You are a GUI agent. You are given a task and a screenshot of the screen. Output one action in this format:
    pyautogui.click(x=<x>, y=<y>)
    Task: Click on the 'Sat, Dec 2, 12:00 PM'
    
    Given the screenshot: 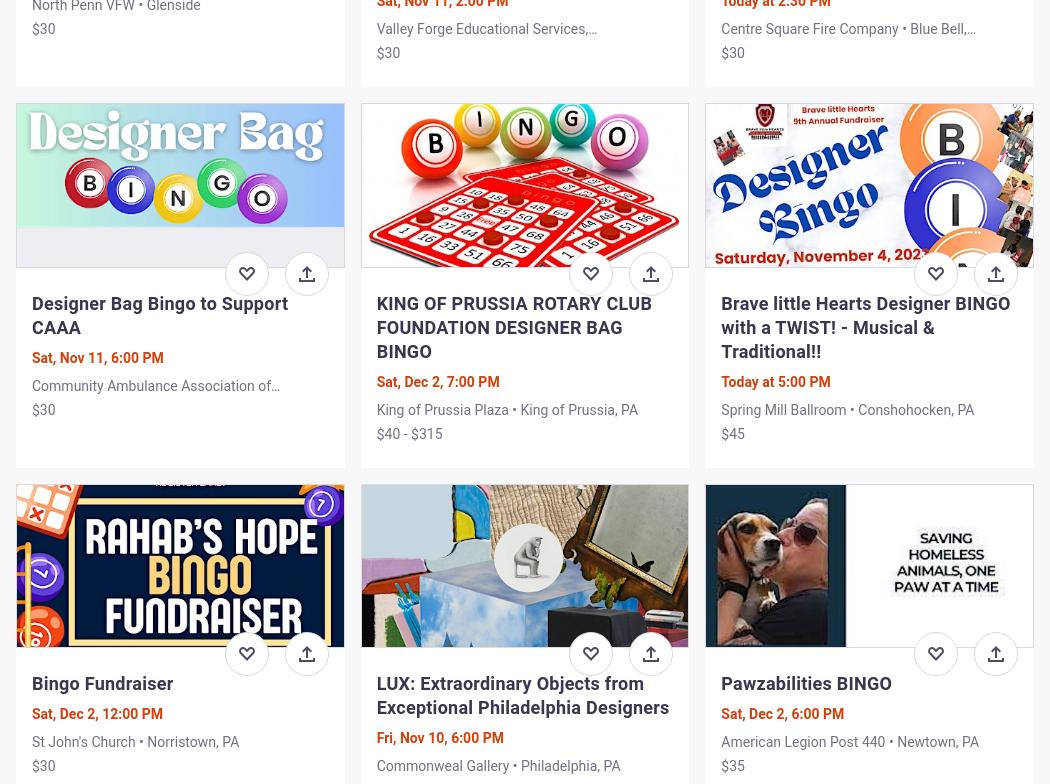 What is the action you would take?
    pyautogui.click(x=97, y=712)
    